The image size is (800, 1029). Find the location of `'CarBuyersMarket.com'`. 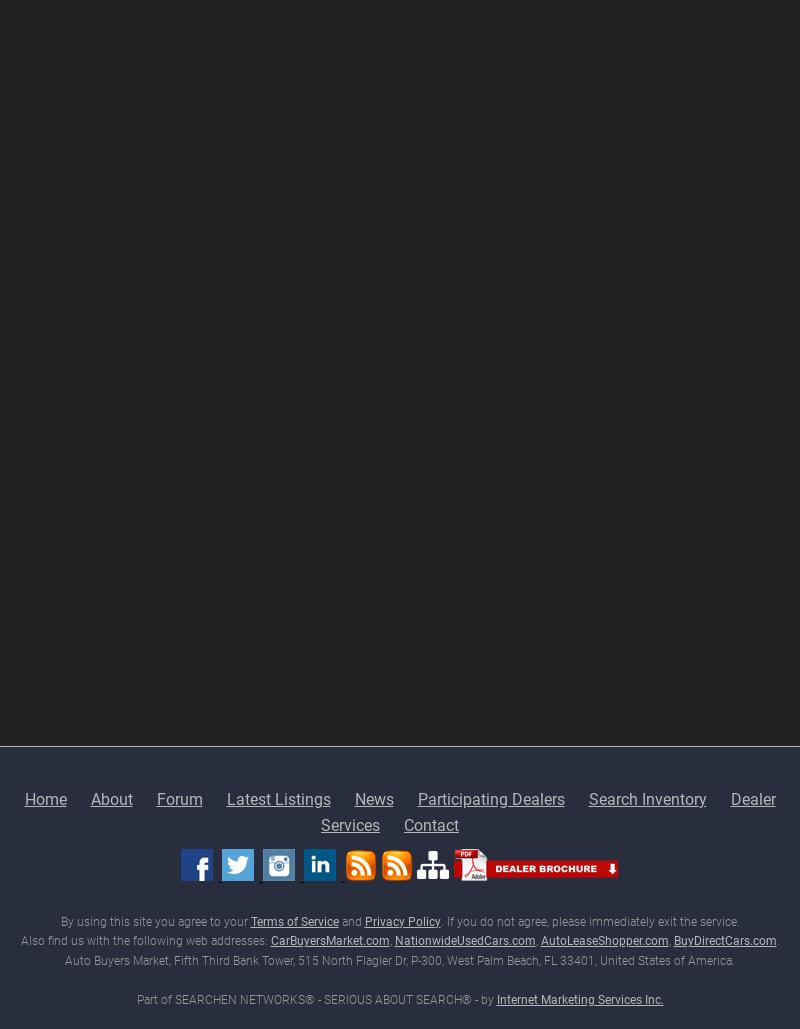

'CarBuyersMarket.com' is located at coordinates (270, 941).